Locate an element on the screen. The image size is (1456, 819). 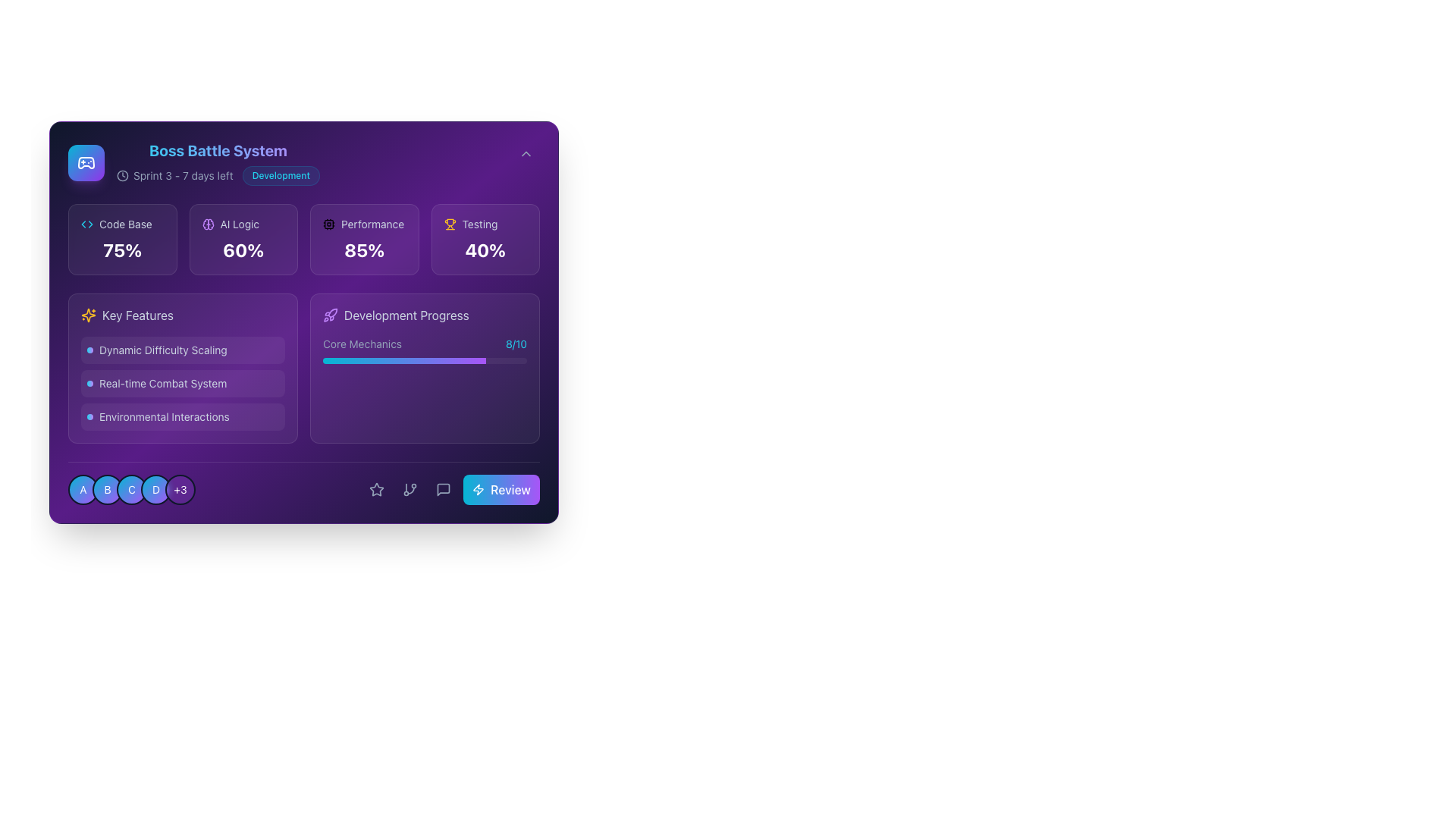
'Performance' label with its accompanying icon located in the highlighted section of the third column in the grid is located at coordinates (364, 224).